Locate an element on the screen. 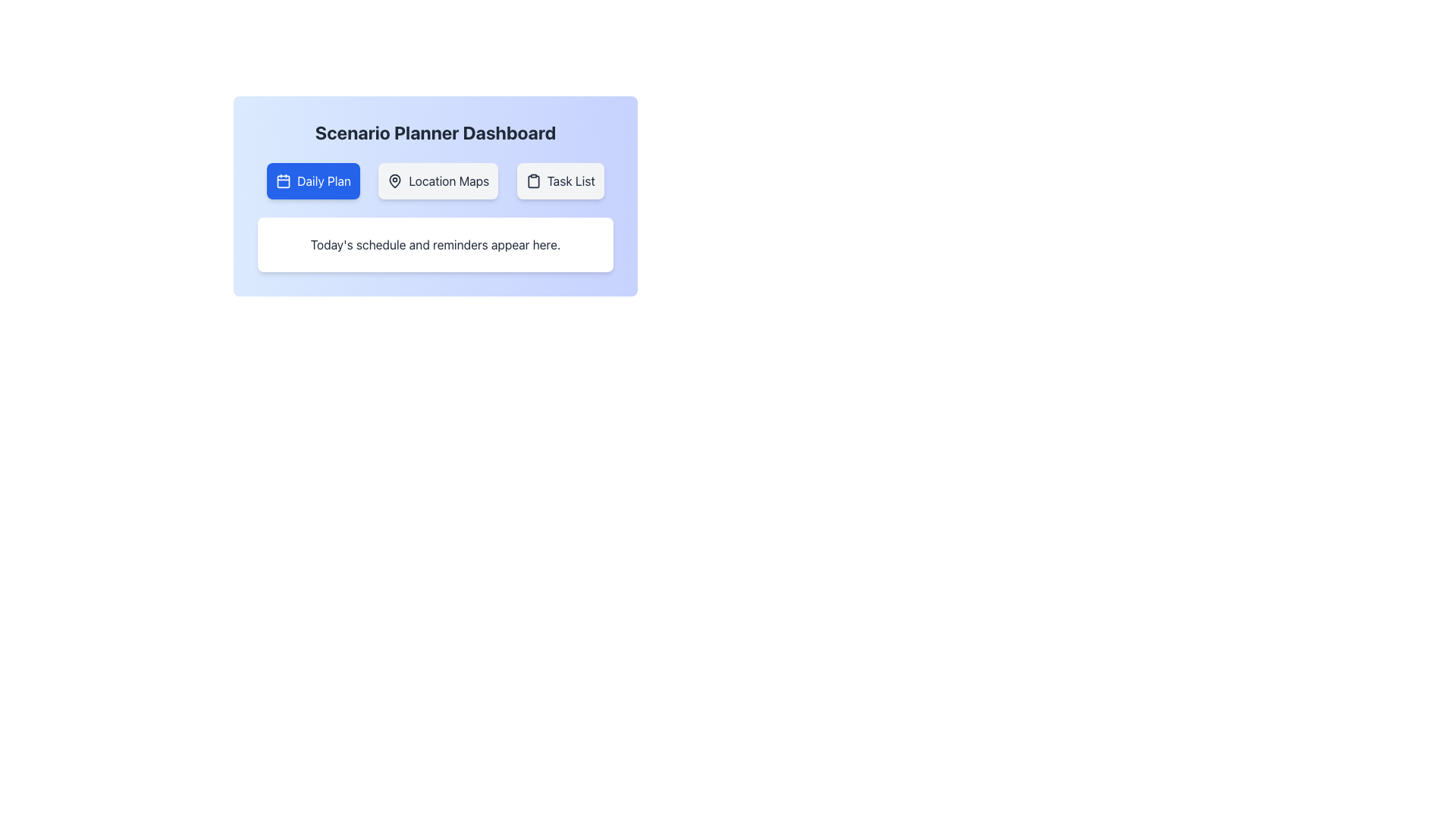 This screenshot has height=819, width=1456. the 'Task List' button, which is a rectangular button with rounded corners, light gray background, and dark gray text, positioned on the rightmost side of three buttons is located at coordinates (560, 180).